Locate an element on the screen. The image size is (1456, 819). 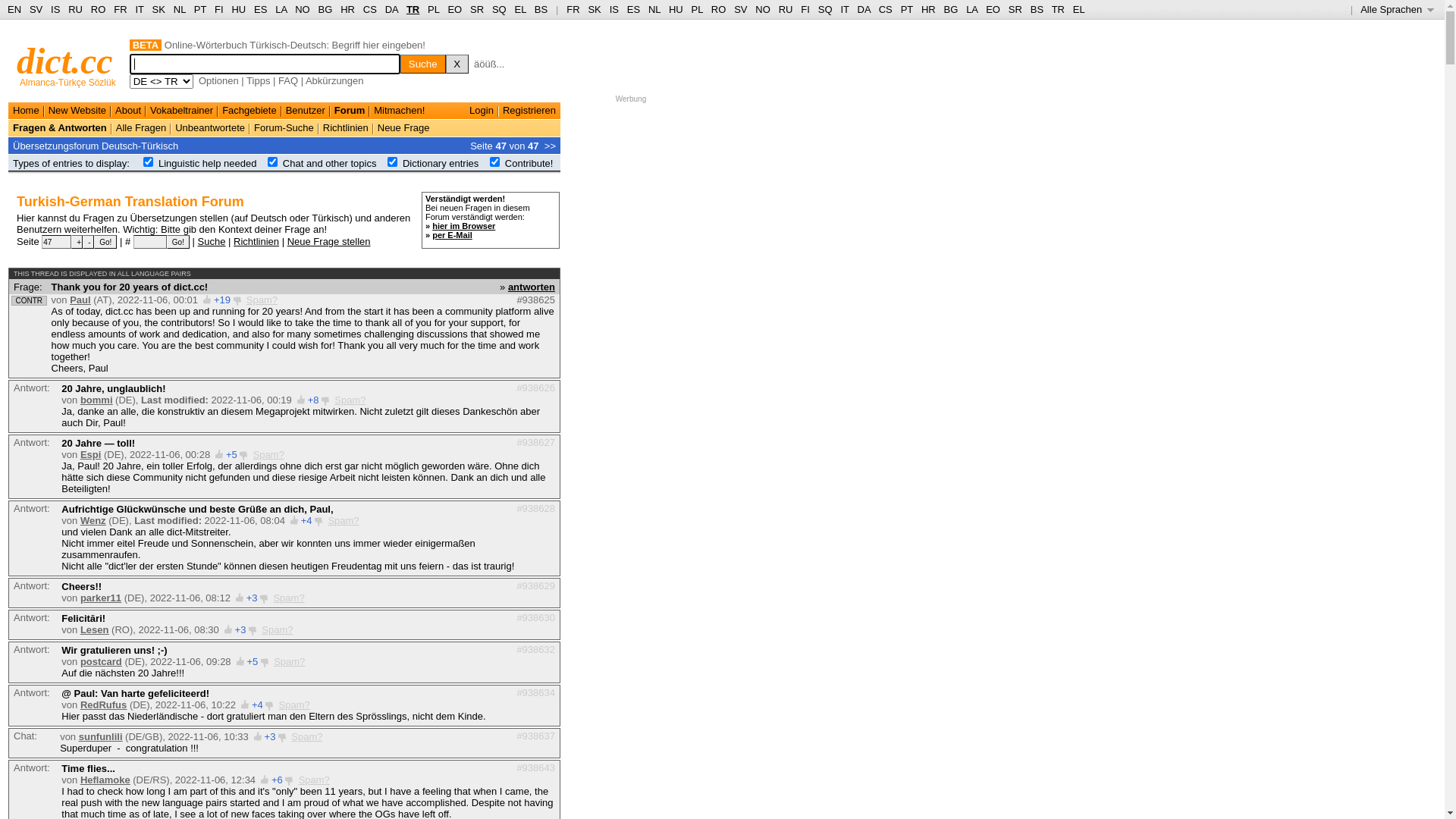
'EO' is located at coordinates (447, 9).